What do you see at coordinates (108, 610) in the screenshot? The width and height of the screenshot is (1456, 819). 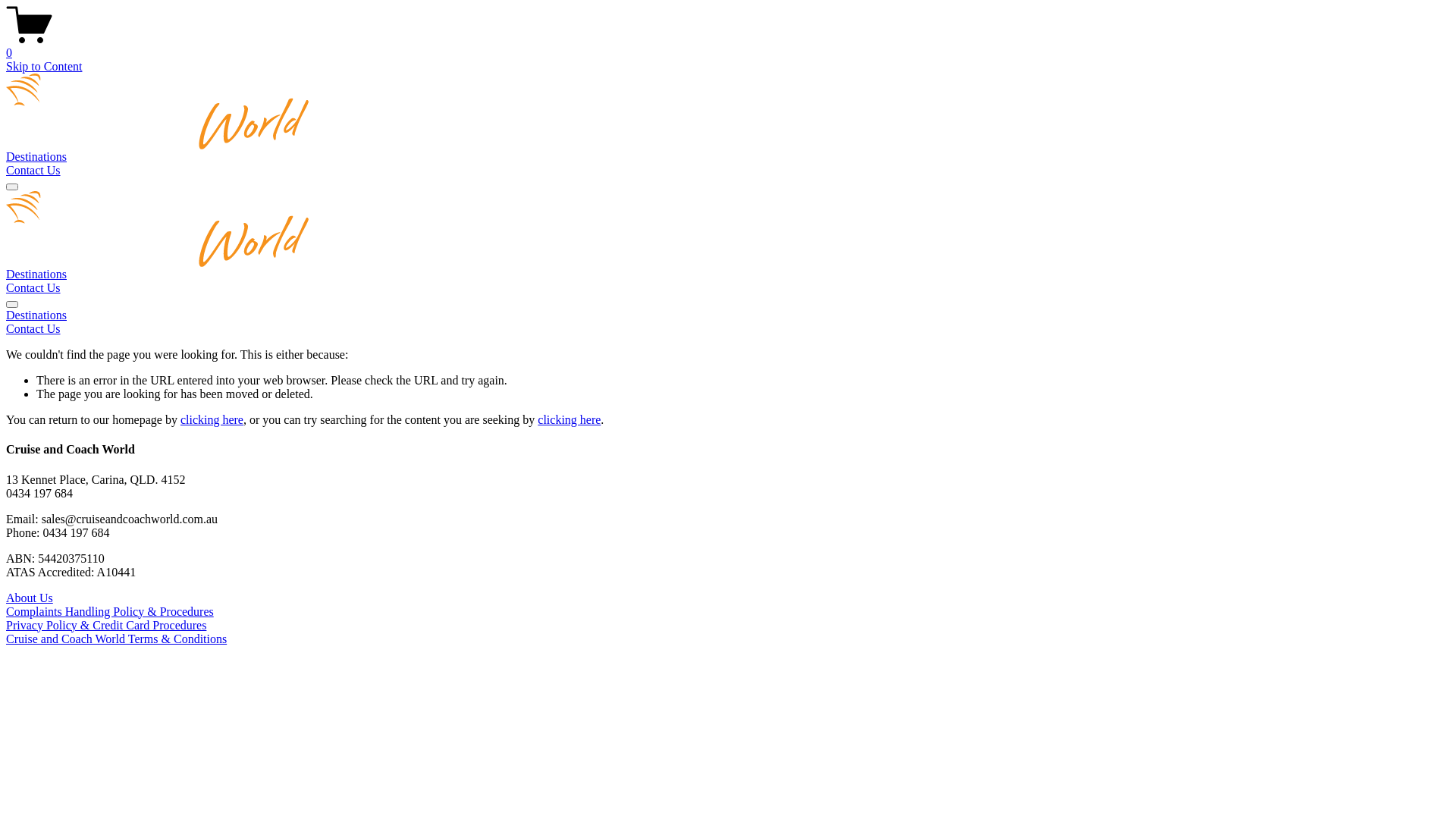 I see `'Complaints Handling Policy & Procedures'` at bounding box center [108, 610].